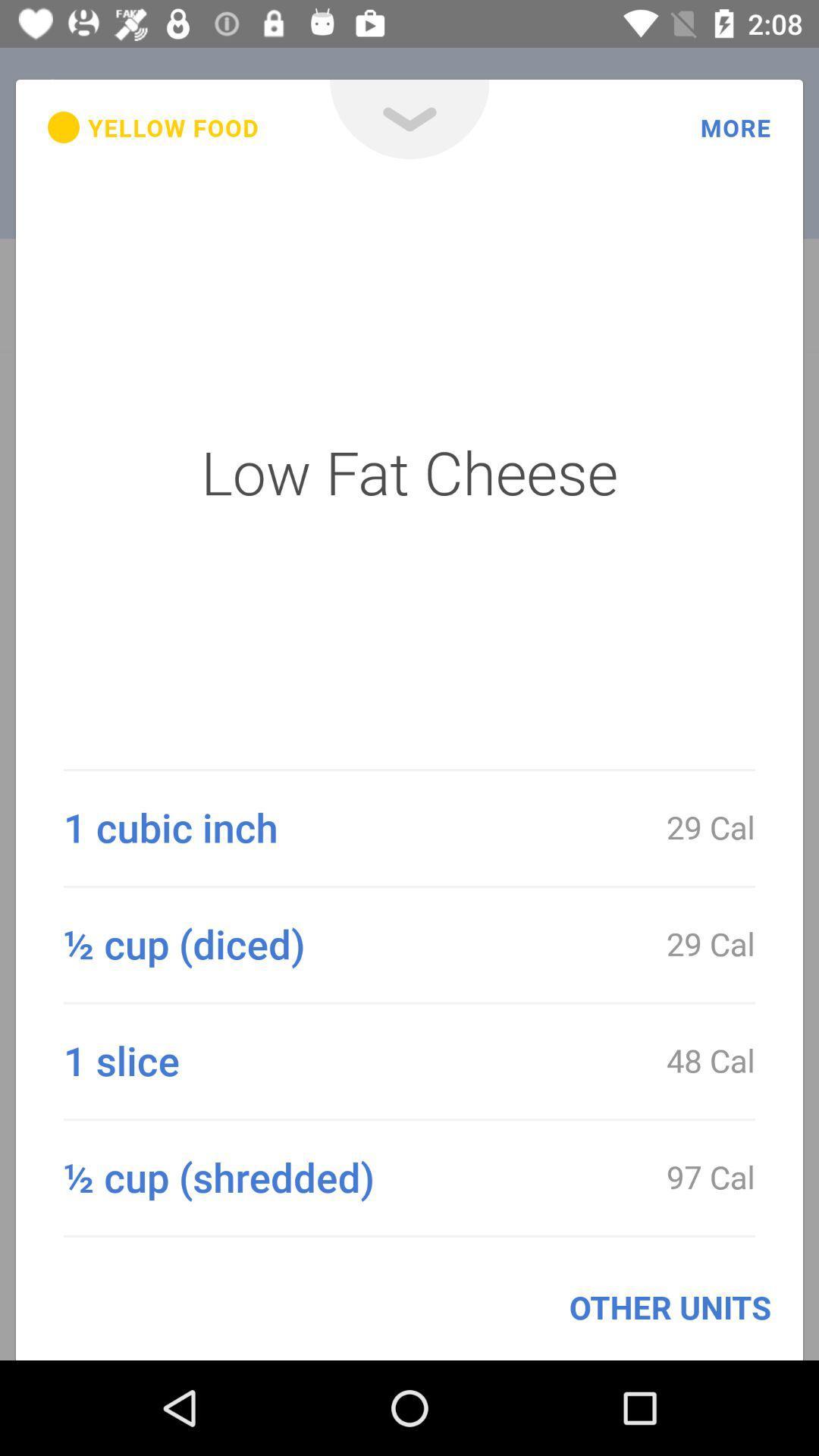 This screenshot has width=819, height=1456. What do you see at coordinates (409, 118) in the screenshot?
I see `open menu` at bounding box center [409, 118].